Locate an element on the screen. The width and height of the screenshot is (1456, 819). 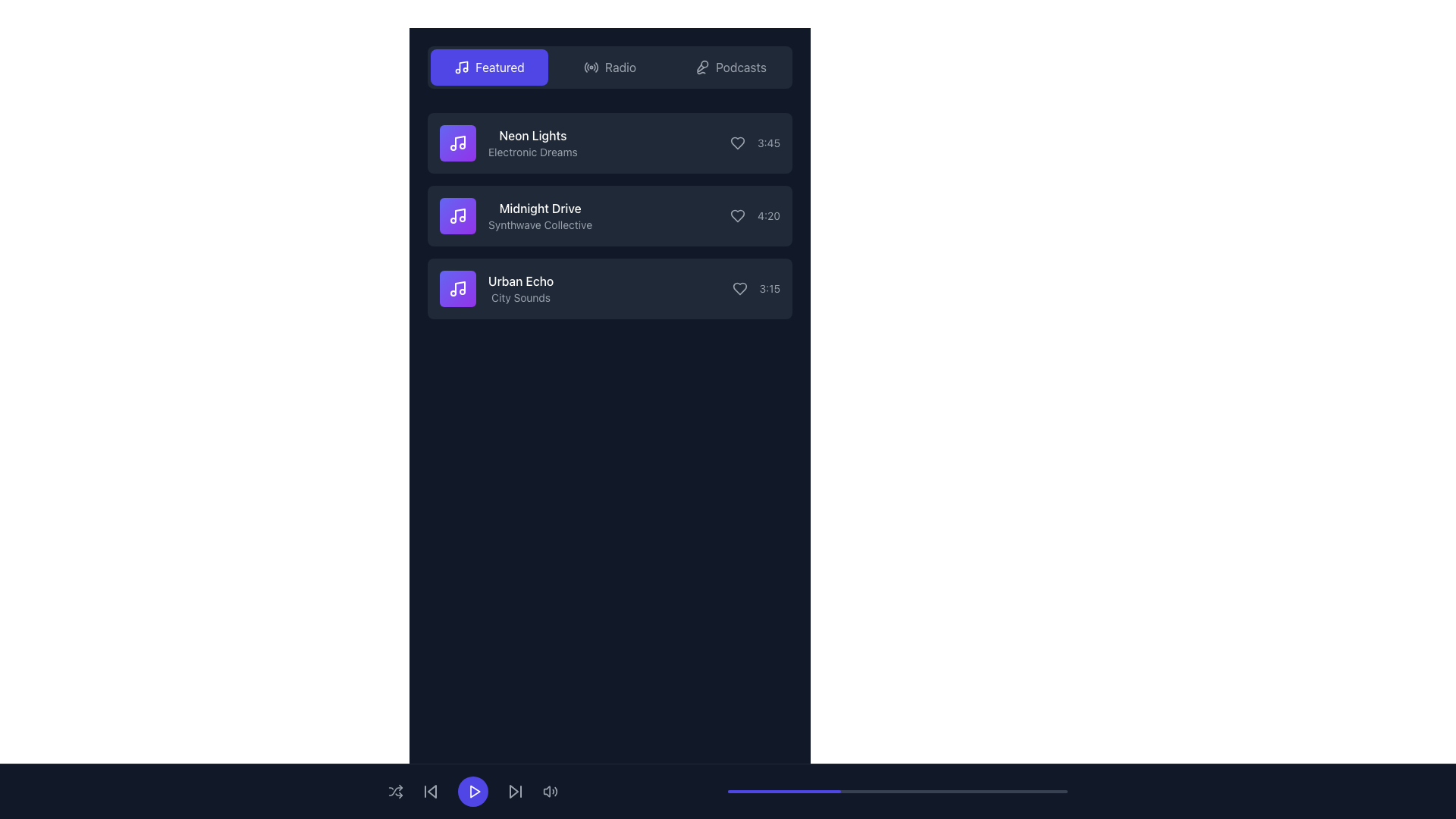
the small heart icon button to like the song 'Midnight Drive', which is located next to the song's duration in the song list interface is located at coordinates (738, 216).